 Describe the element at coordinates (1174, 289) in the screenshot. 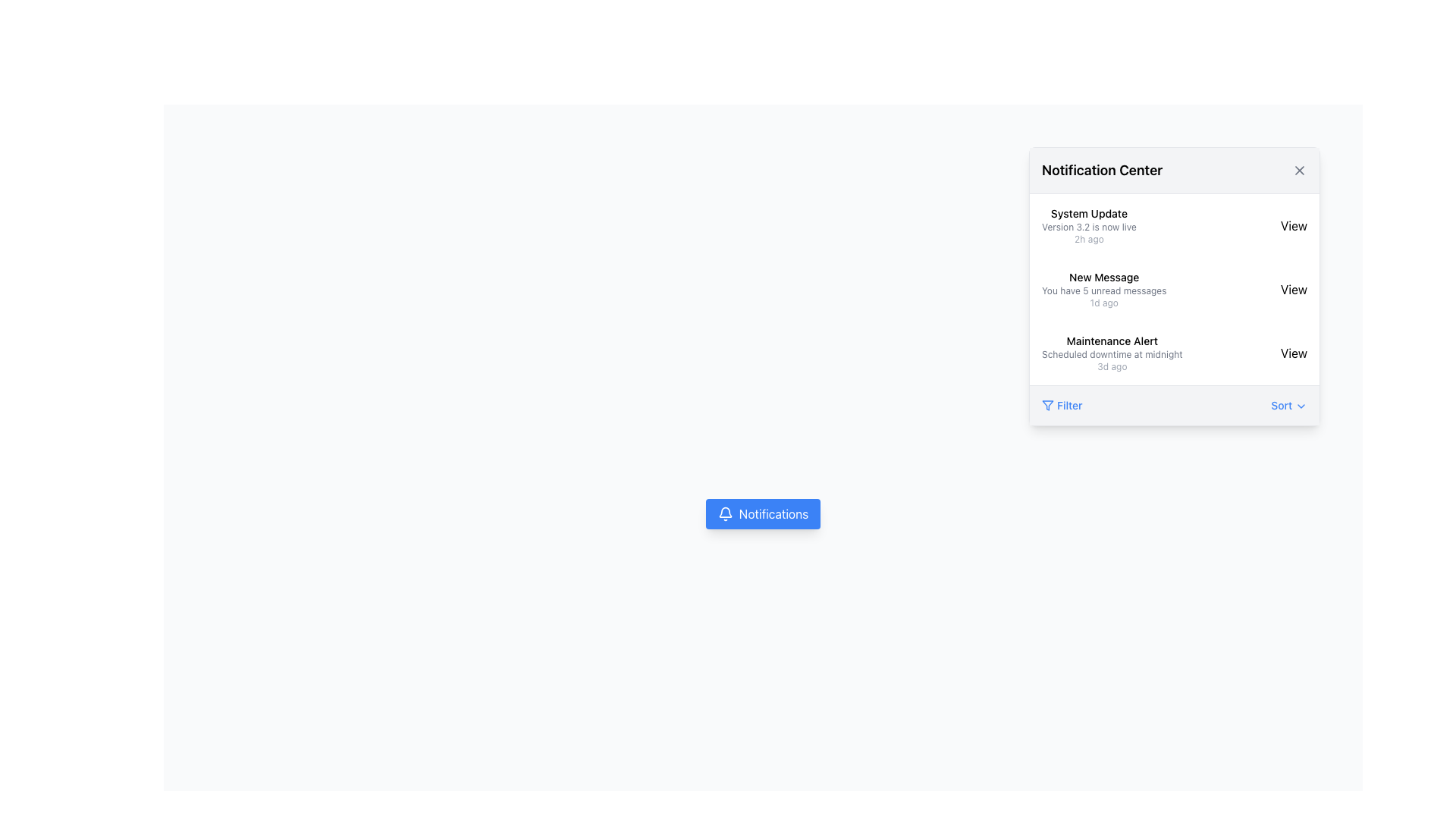

I see `the second notification entry element displaying 'New Message' with the description 'You have 5 unread messages'` at that location.